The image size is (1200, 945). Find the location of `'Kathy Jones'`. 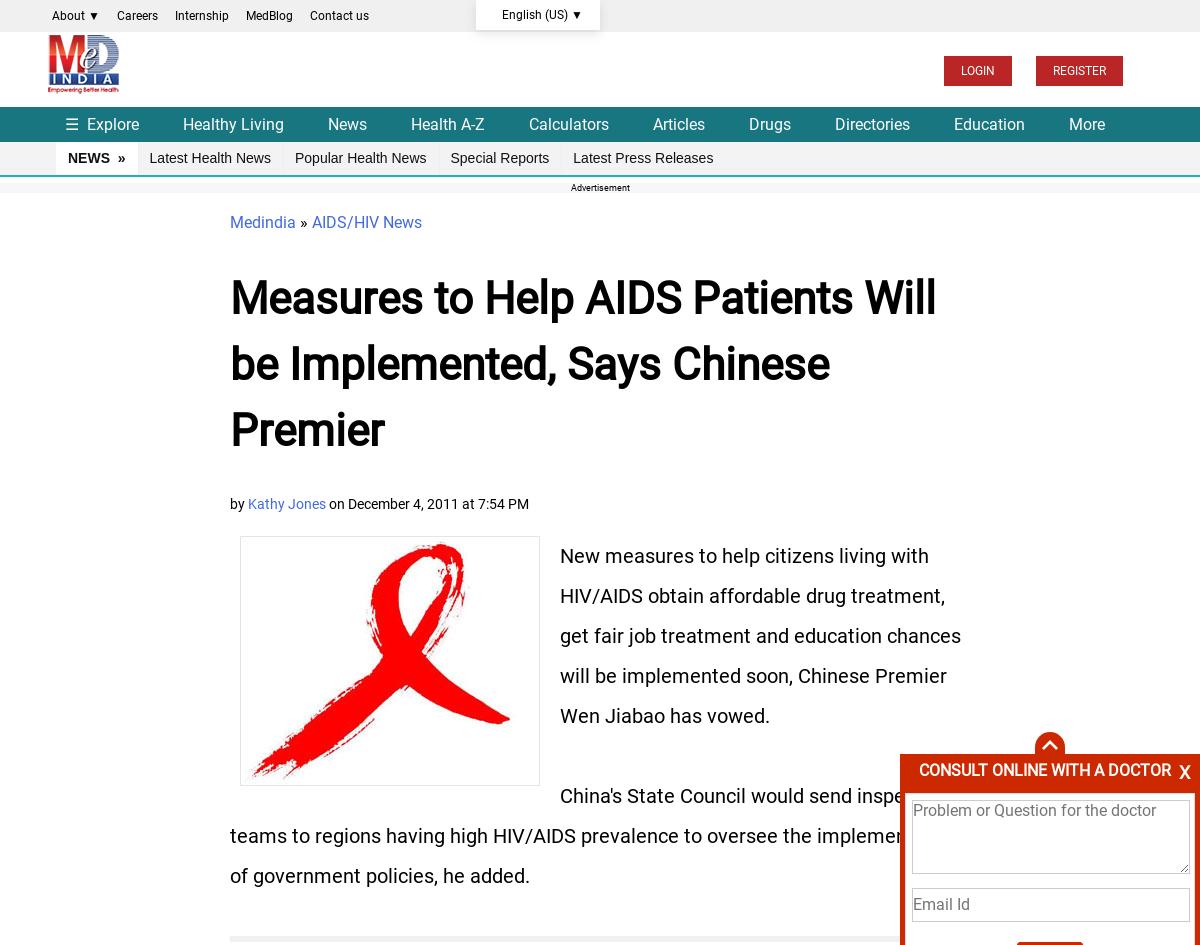

'Kathy Jones' is located at coordinates (286, 502).